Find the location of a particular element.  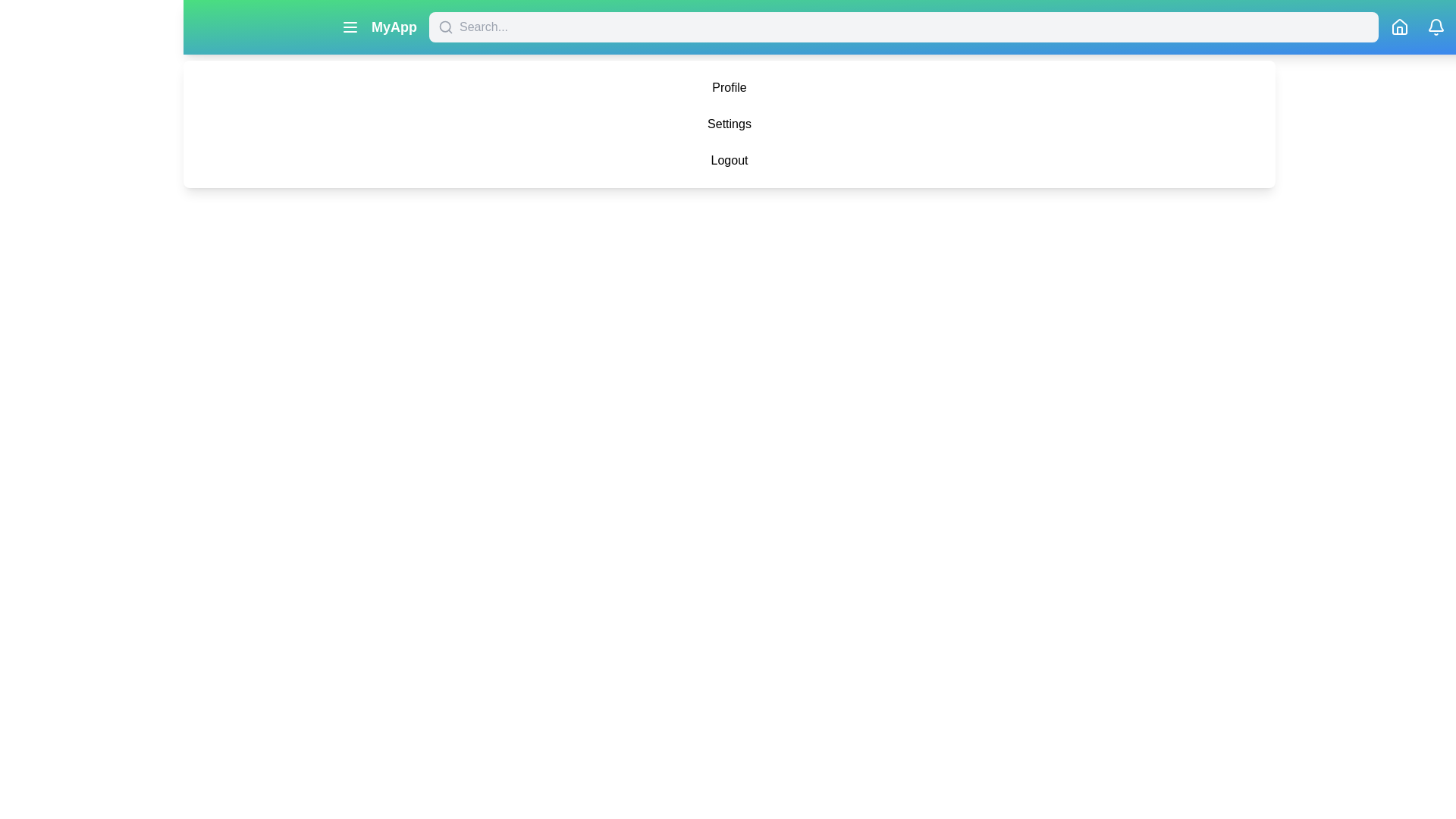

the static text label 'MyApp' which serves as an identifier for the application, positioned in the header between the menu icon and the search bar is located at coordinates (394, 27).